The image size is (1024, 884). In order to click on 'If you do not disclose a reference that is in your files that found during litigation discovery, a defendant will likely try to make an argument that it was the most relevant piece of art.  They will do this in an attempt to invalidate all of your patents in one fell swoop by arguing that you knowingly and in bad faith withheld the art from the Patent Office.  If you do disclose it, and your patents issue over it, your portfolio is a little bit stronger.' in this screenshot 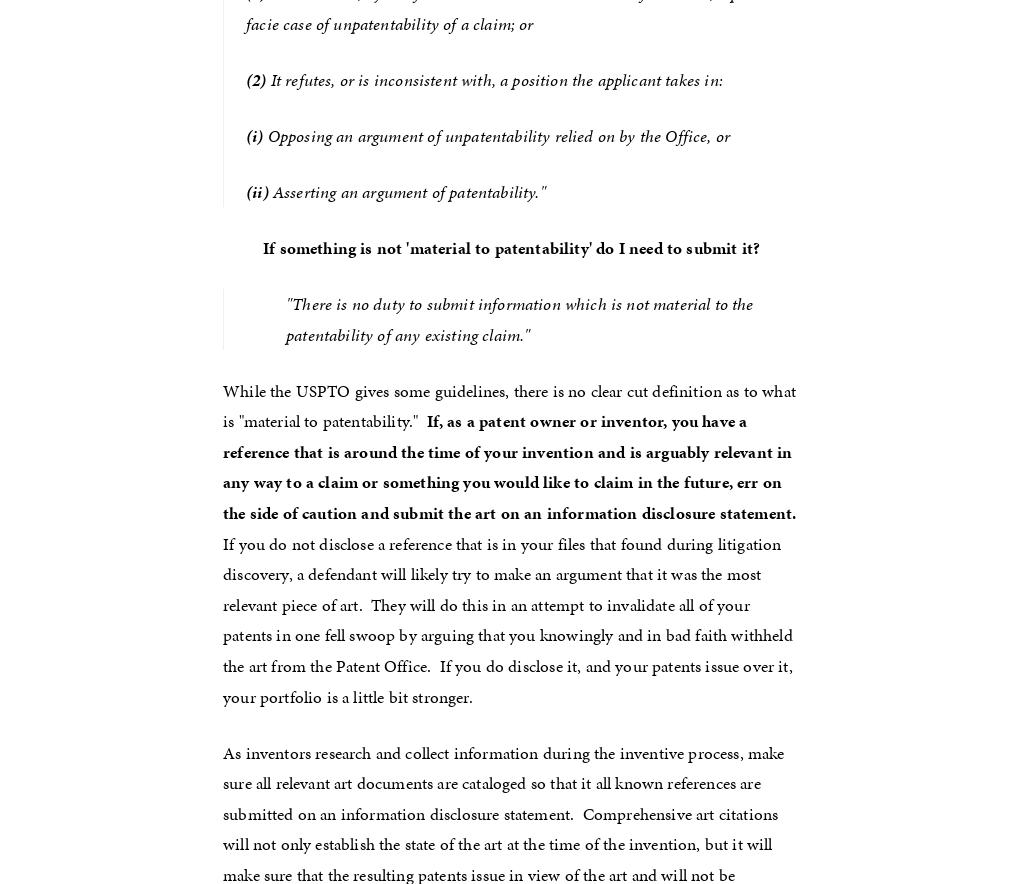, I will do `click(513, 604)`.